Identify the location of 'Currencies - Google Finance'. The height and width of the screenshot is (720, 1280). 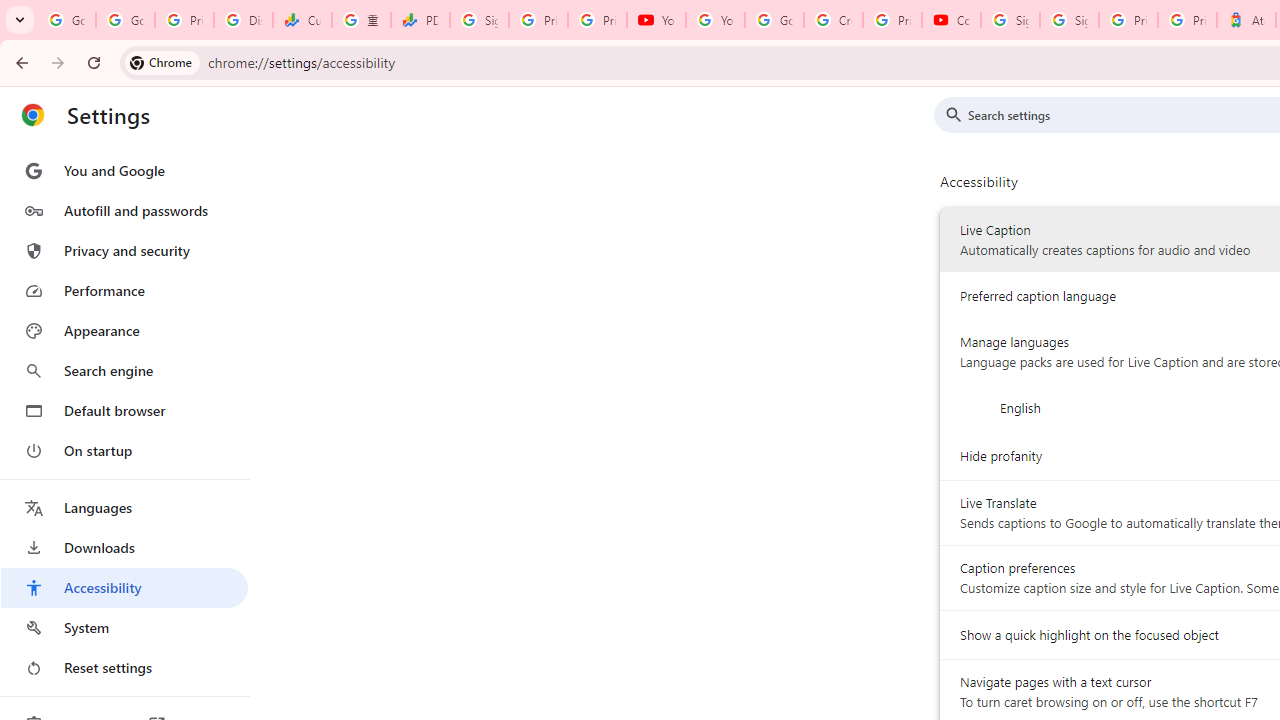
(301, 20).